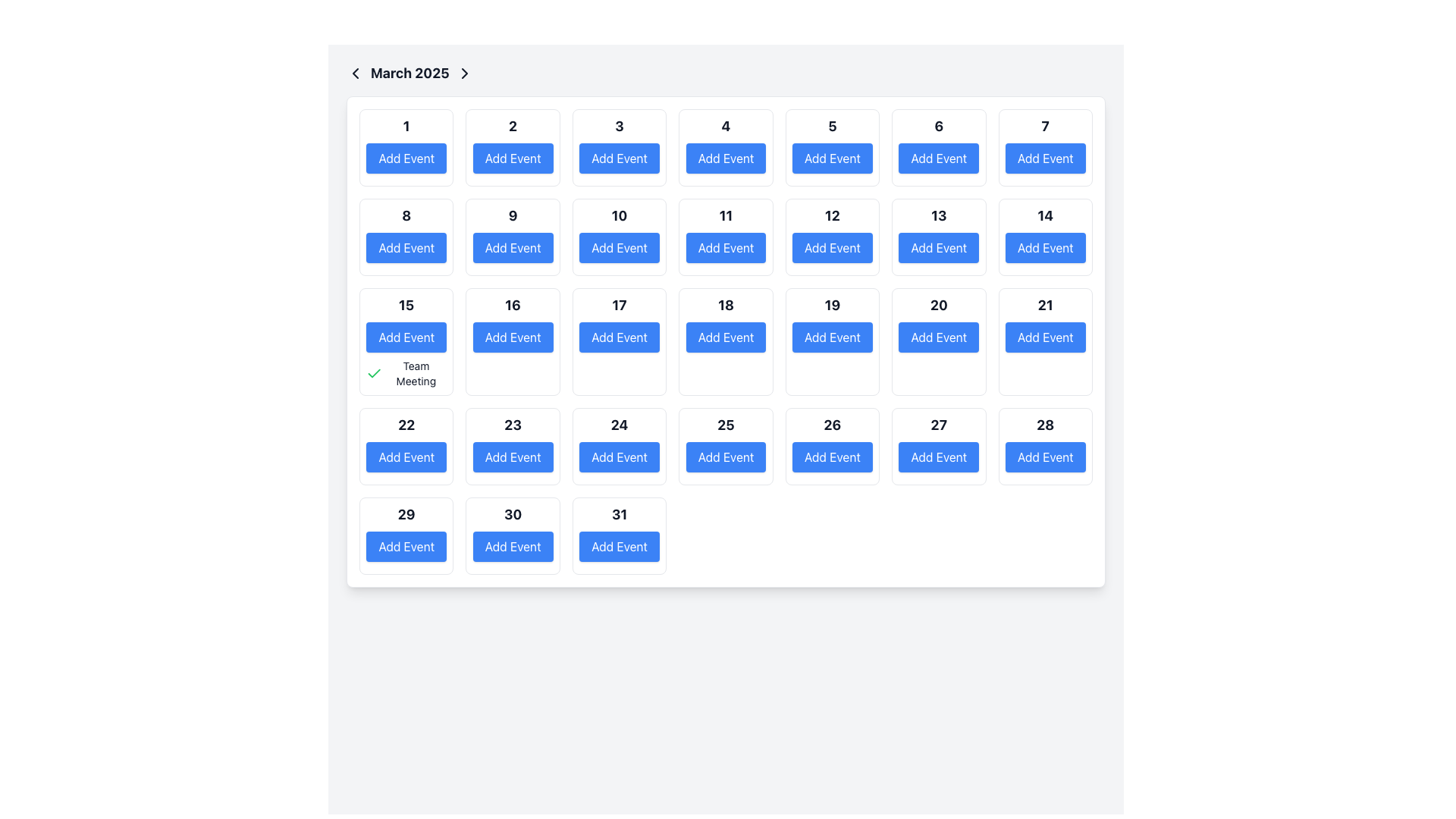  Describe the element at coordinates (938, 342) in the screenshot. I see `the 'Add Event' button located in the calendar day box for March 20th, 2025, which is styled with rounded corners and contains the number '20'` at that location.